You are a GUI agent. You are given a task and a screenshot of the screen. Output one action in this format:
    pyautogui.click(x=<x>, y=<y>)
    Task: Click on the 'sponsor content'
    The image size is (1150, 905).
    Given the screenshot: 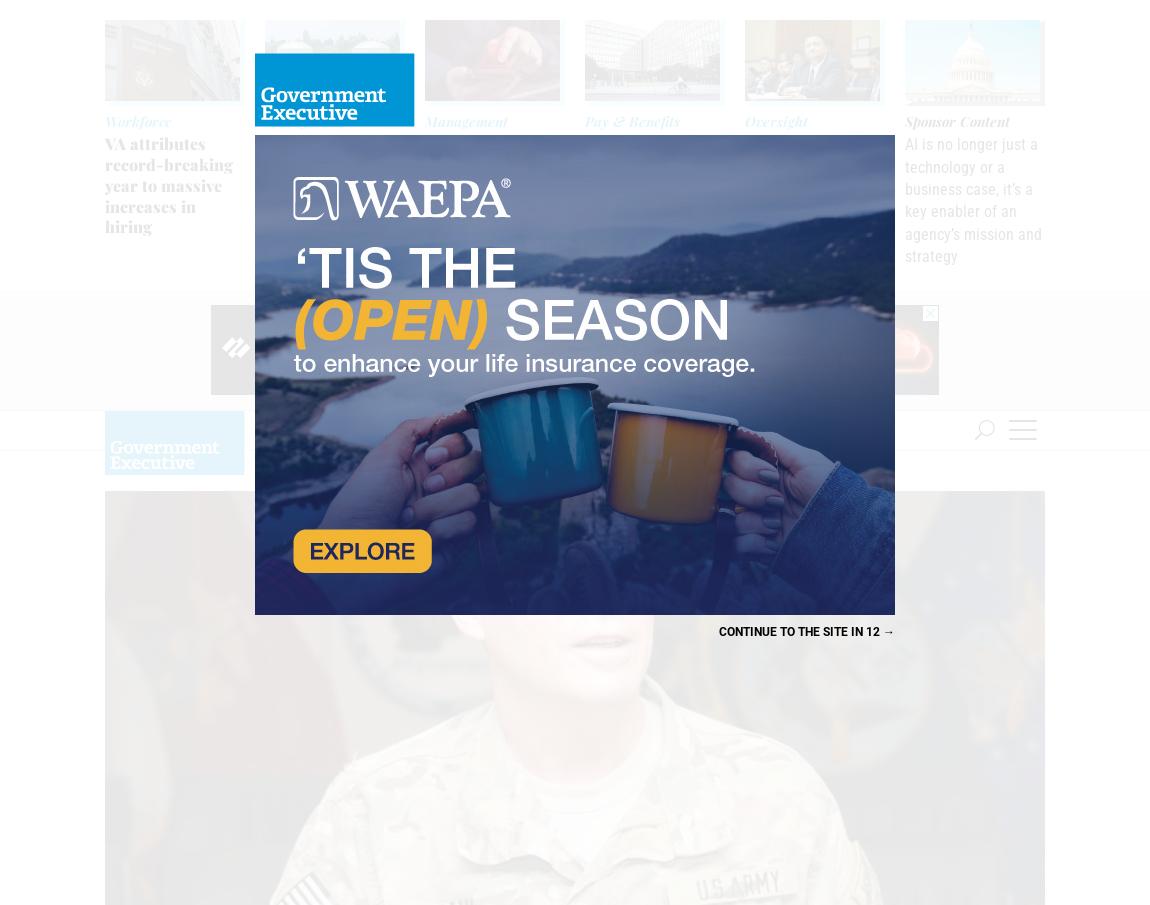 What is the action you would take?
    pyautogui.click(x=904, y=120)
    